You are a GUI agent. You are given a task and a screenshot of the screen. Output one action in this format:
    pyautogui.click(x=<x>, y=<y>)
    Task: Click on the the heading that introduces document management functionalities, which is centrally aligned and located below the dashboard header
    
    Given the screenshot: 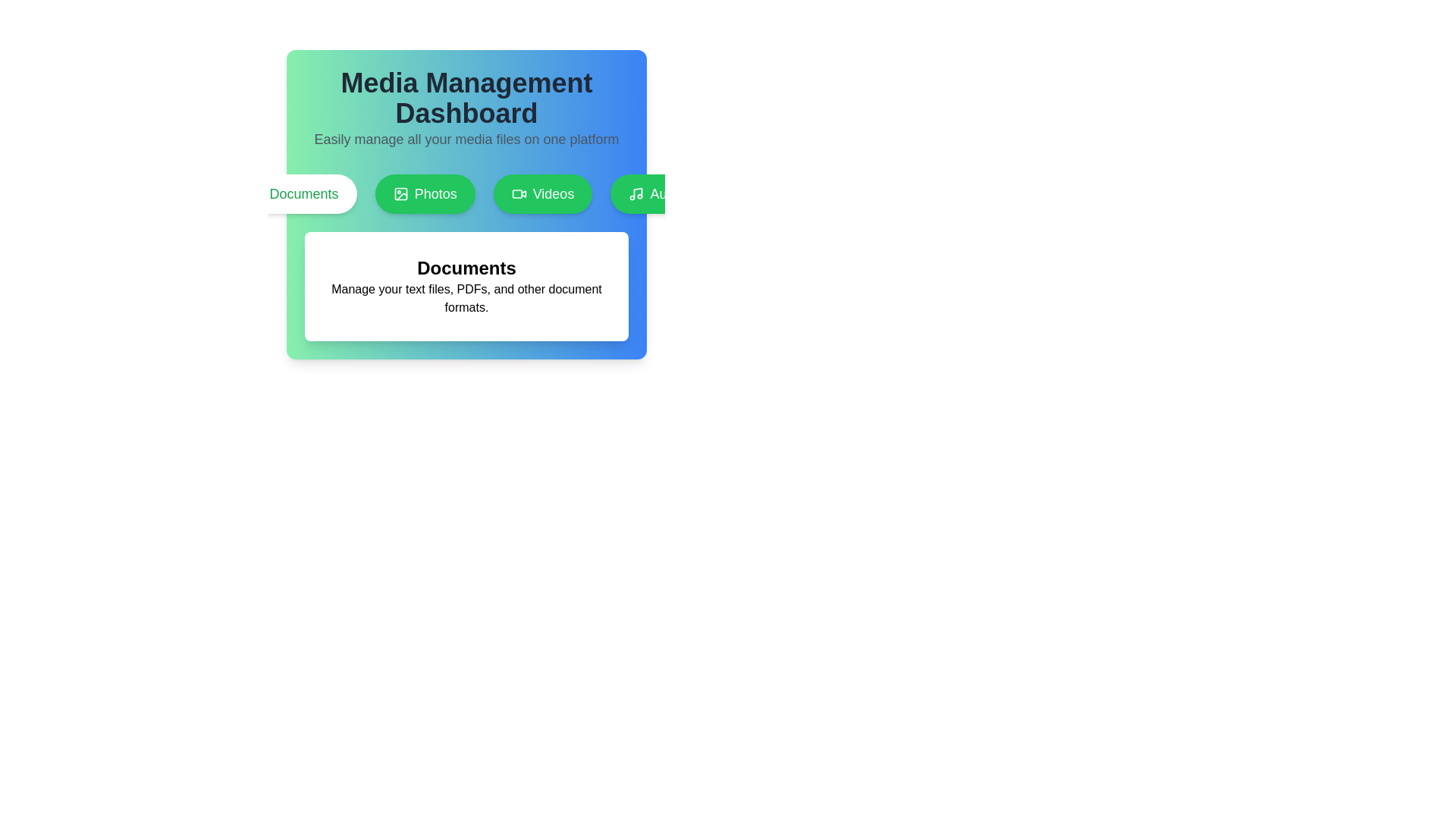 What is the action you would take?
    pyautogui.click(x=466, y=268)
    